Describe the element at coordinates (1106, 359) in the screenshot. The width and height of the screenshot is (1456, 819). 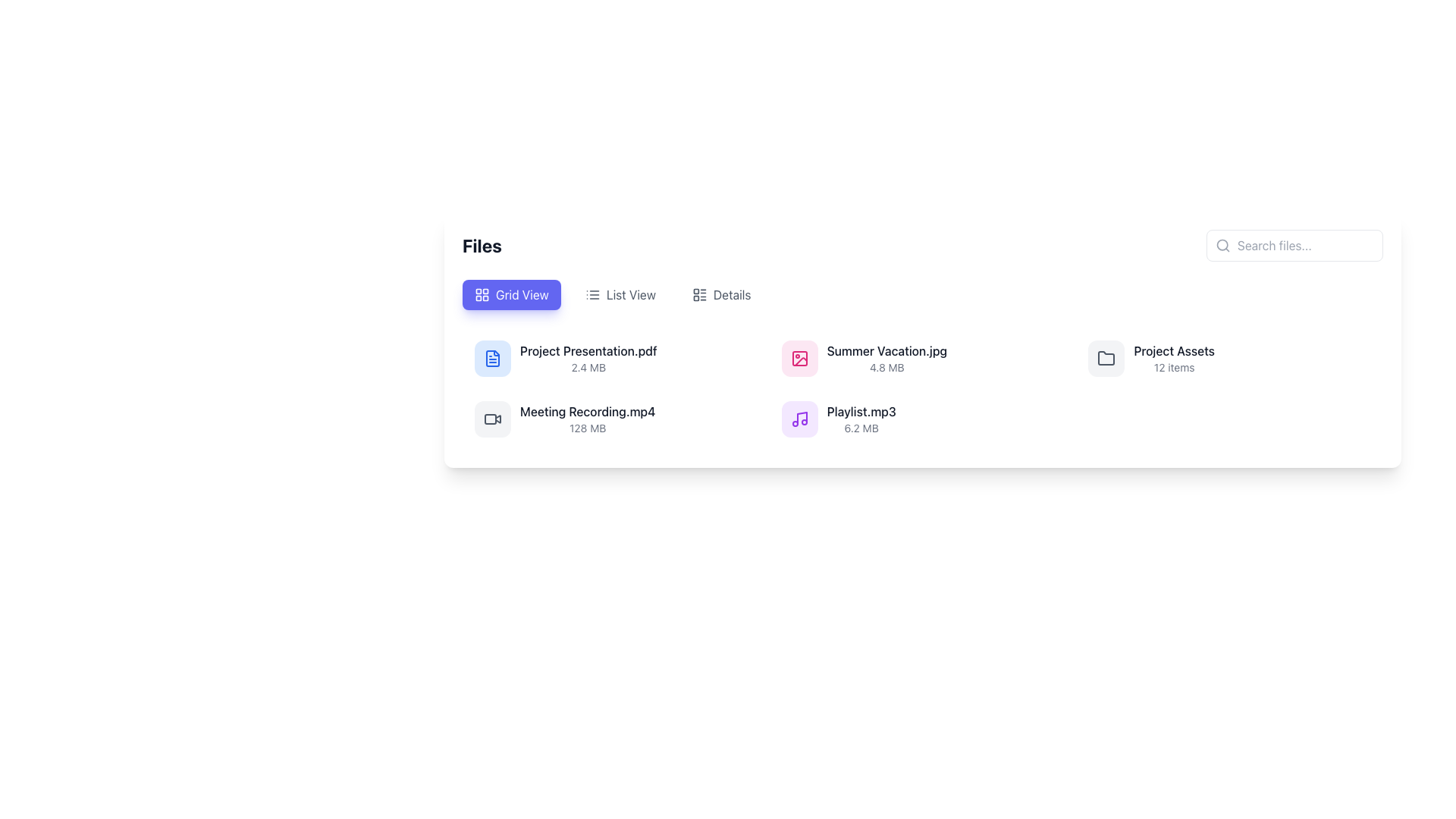
I see `the folder icon representing 'Project Assets' located in the bottom-right area of the 'Files' section` at that location.